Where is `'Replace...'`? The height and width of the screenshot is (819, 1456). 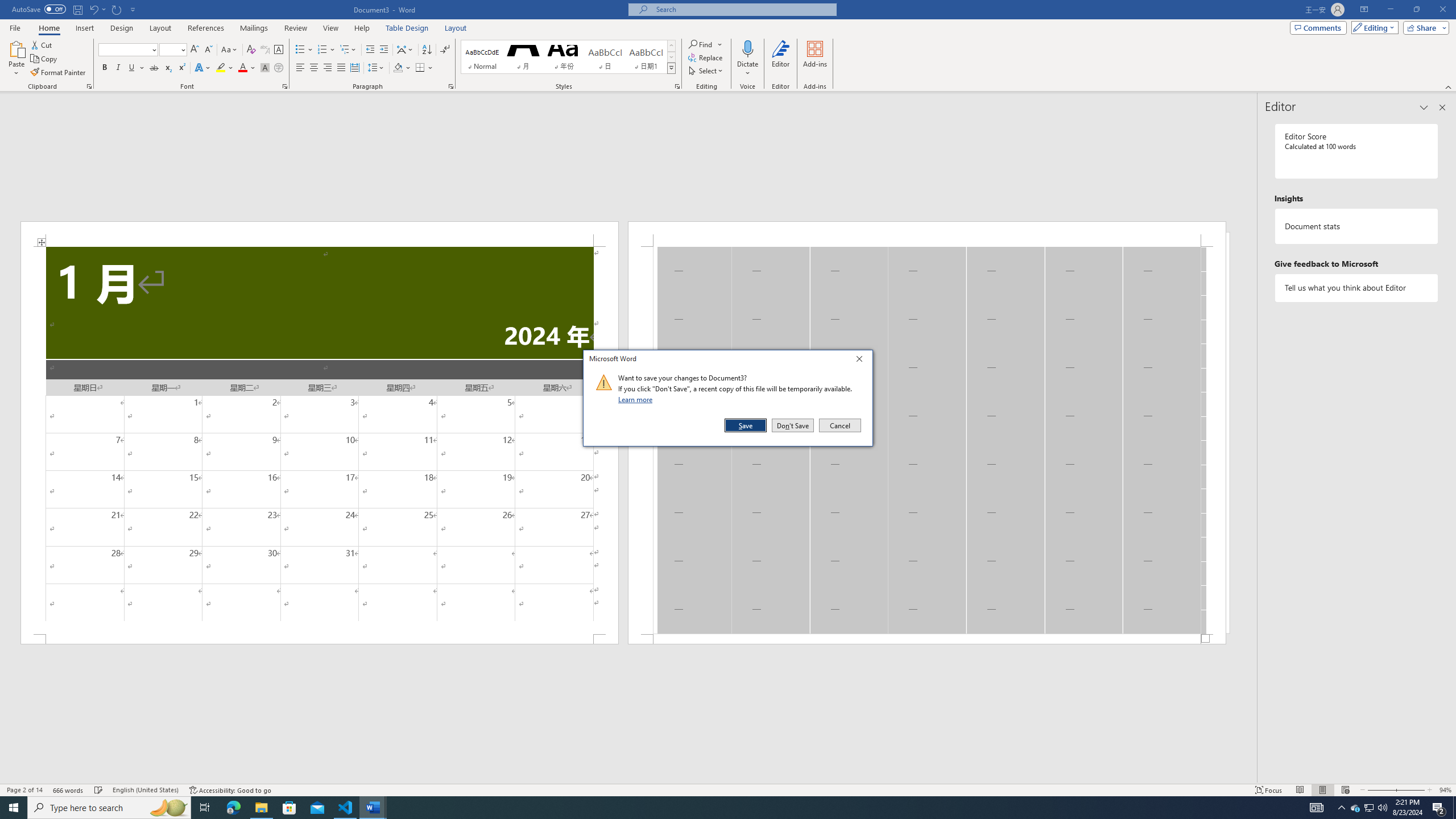 'Replace...' is located at coordinates (705, 56).